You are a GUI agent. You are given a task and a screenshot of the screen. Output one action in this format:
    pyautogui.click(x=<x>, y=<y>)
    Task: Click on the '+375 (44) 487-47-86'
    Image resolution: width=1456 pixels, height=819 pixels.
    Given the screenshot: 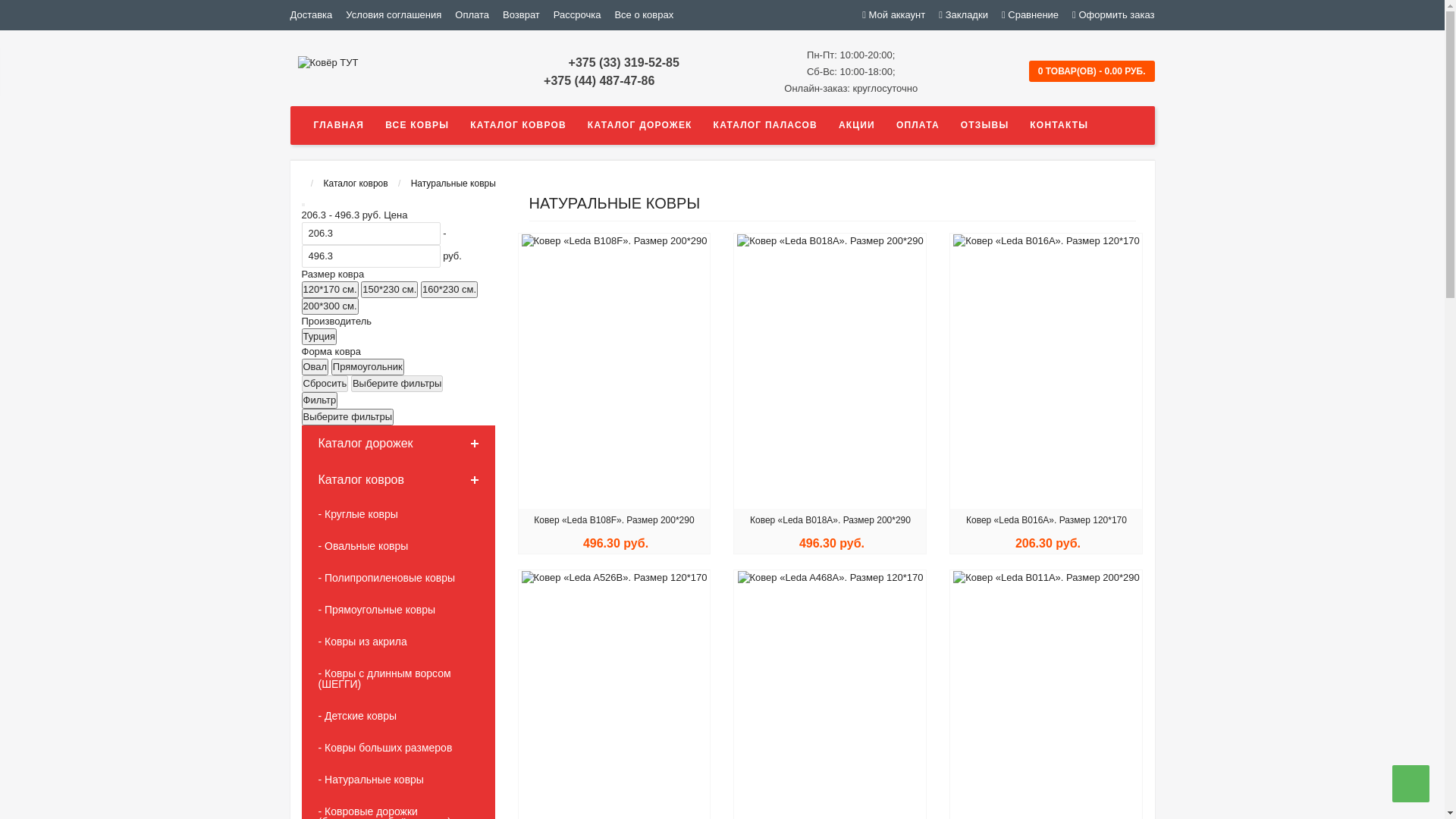 What is the action you would take?
    pyautogui.click(x=598, y=80)
    